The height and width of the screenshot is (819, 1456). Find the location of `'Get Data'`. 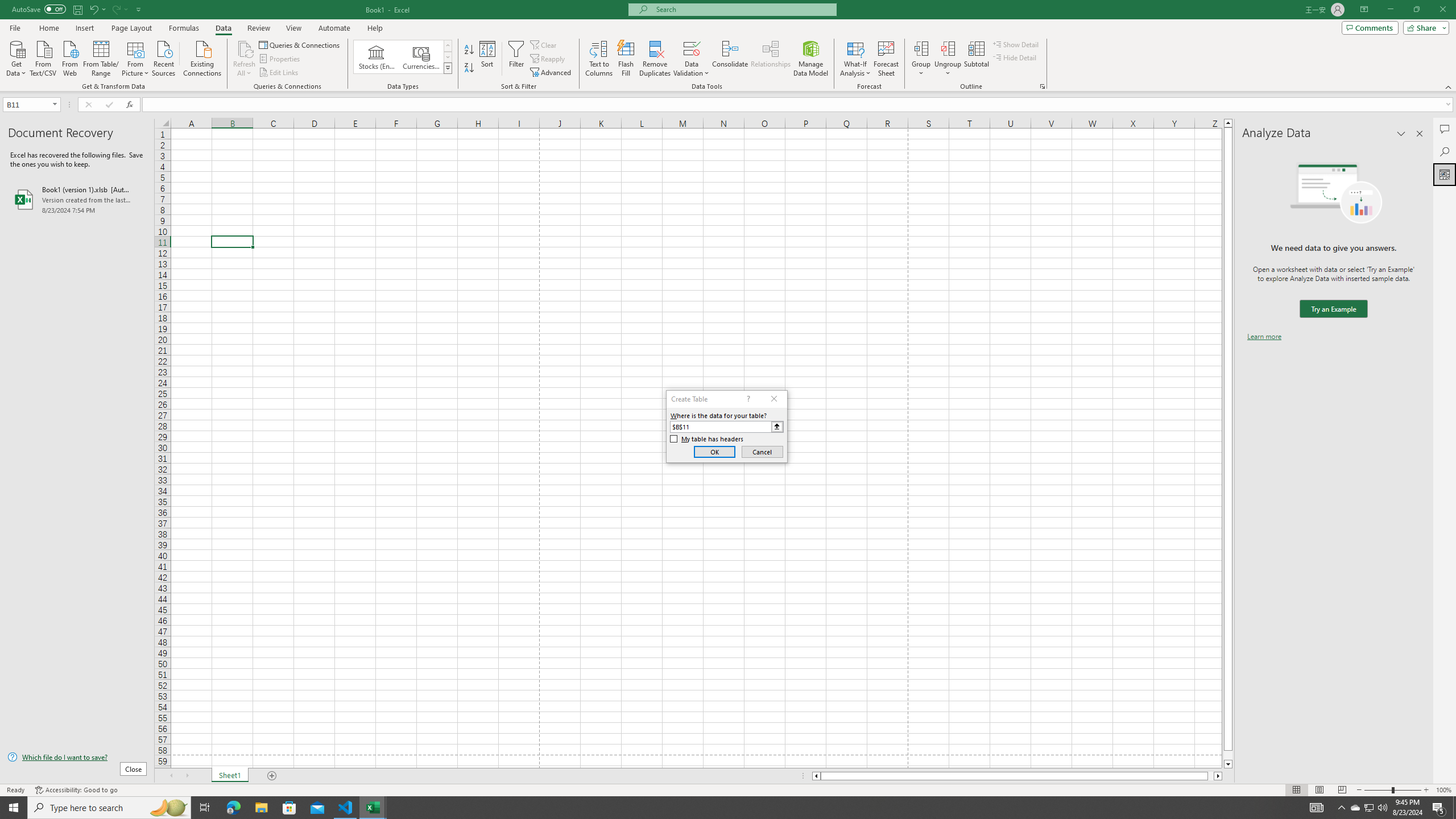

'Get Data' is located at coordinates (16, 57).